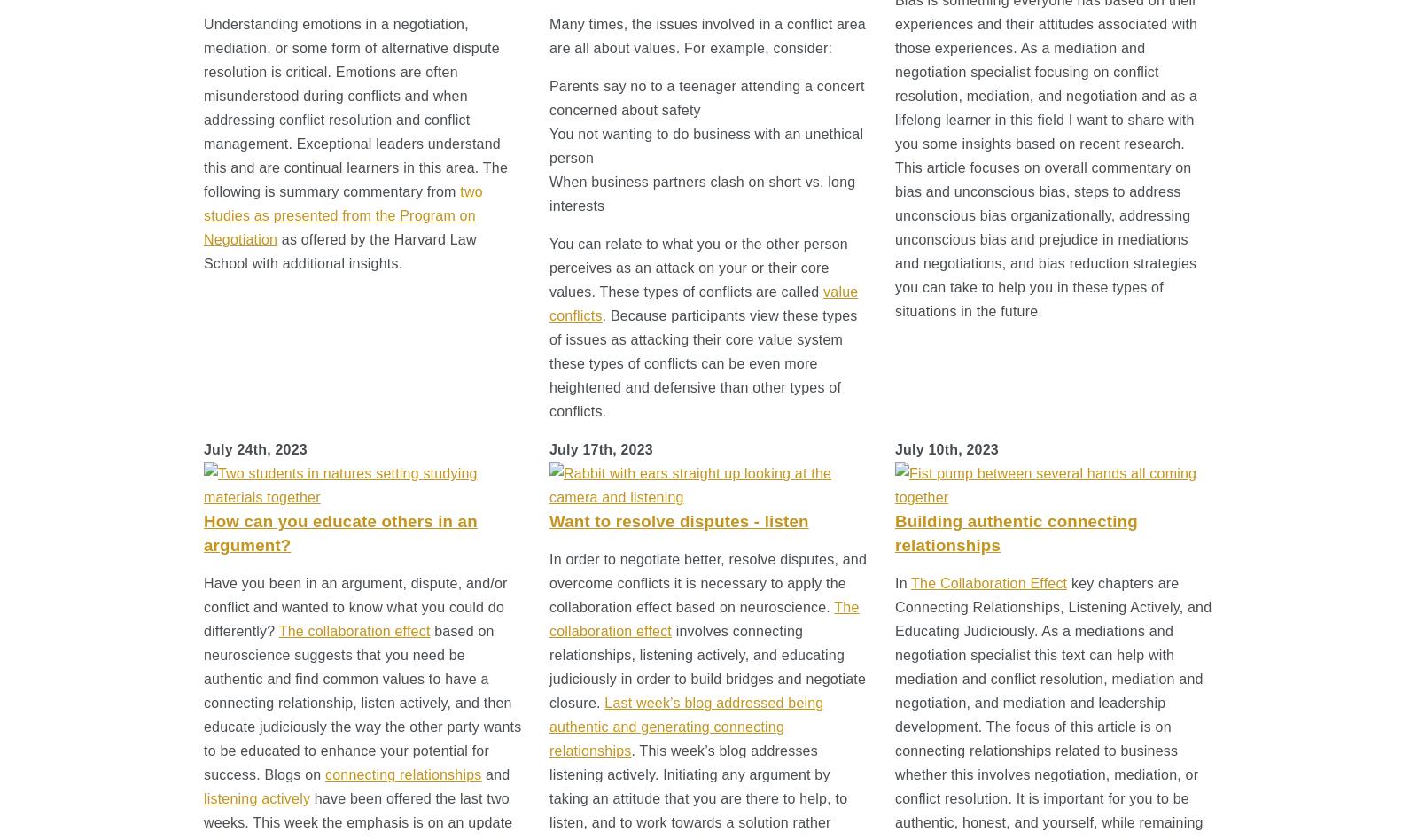  Describe the element at coordinates (255, 449) in the screenshot. I see `'July 24th, 2023'` at that location.